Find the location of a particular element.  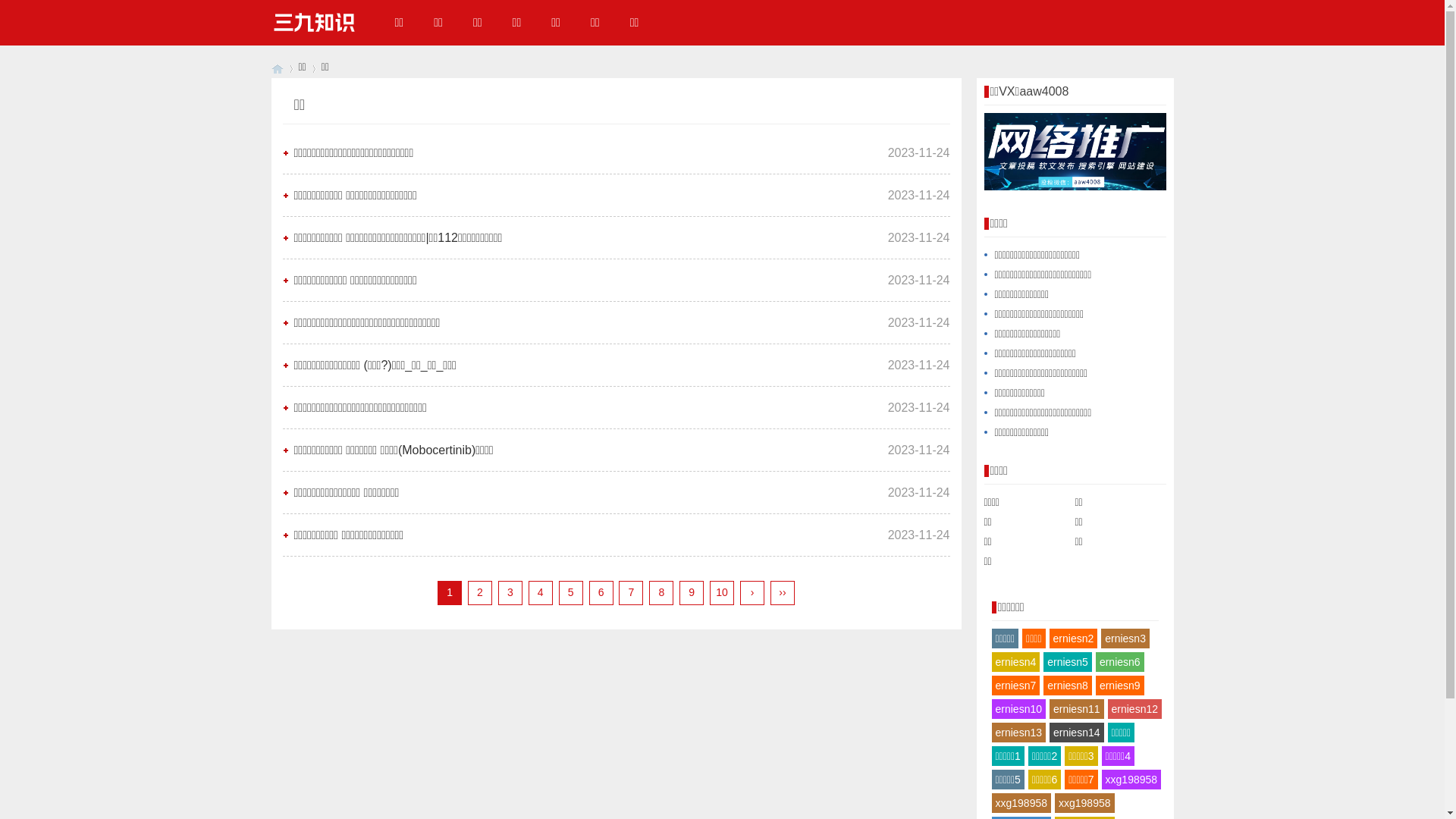

'4' is located at coordinates (541, 592).